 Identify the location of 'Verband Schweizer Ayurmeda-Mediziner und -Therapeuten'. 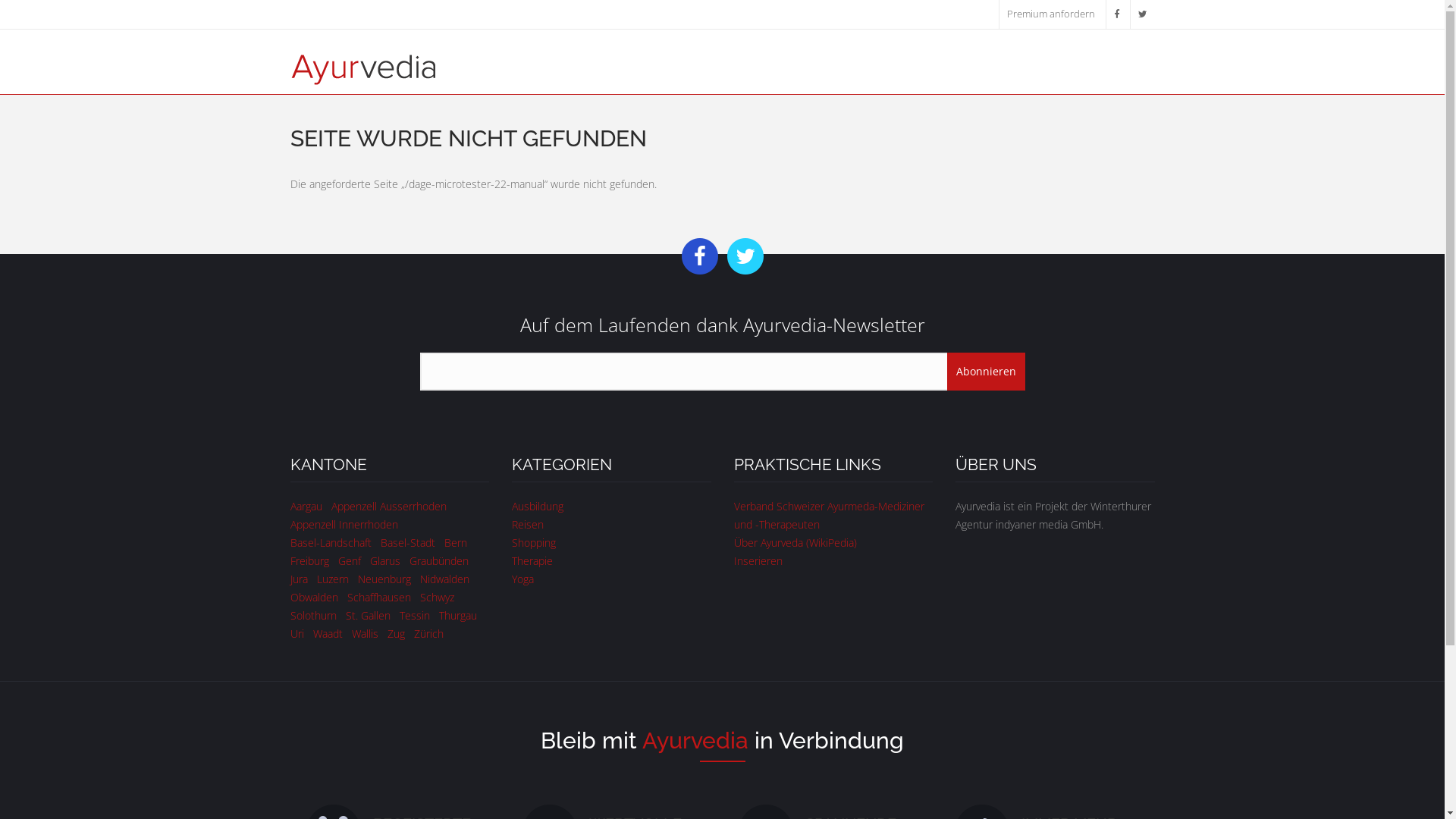
(828, 514).